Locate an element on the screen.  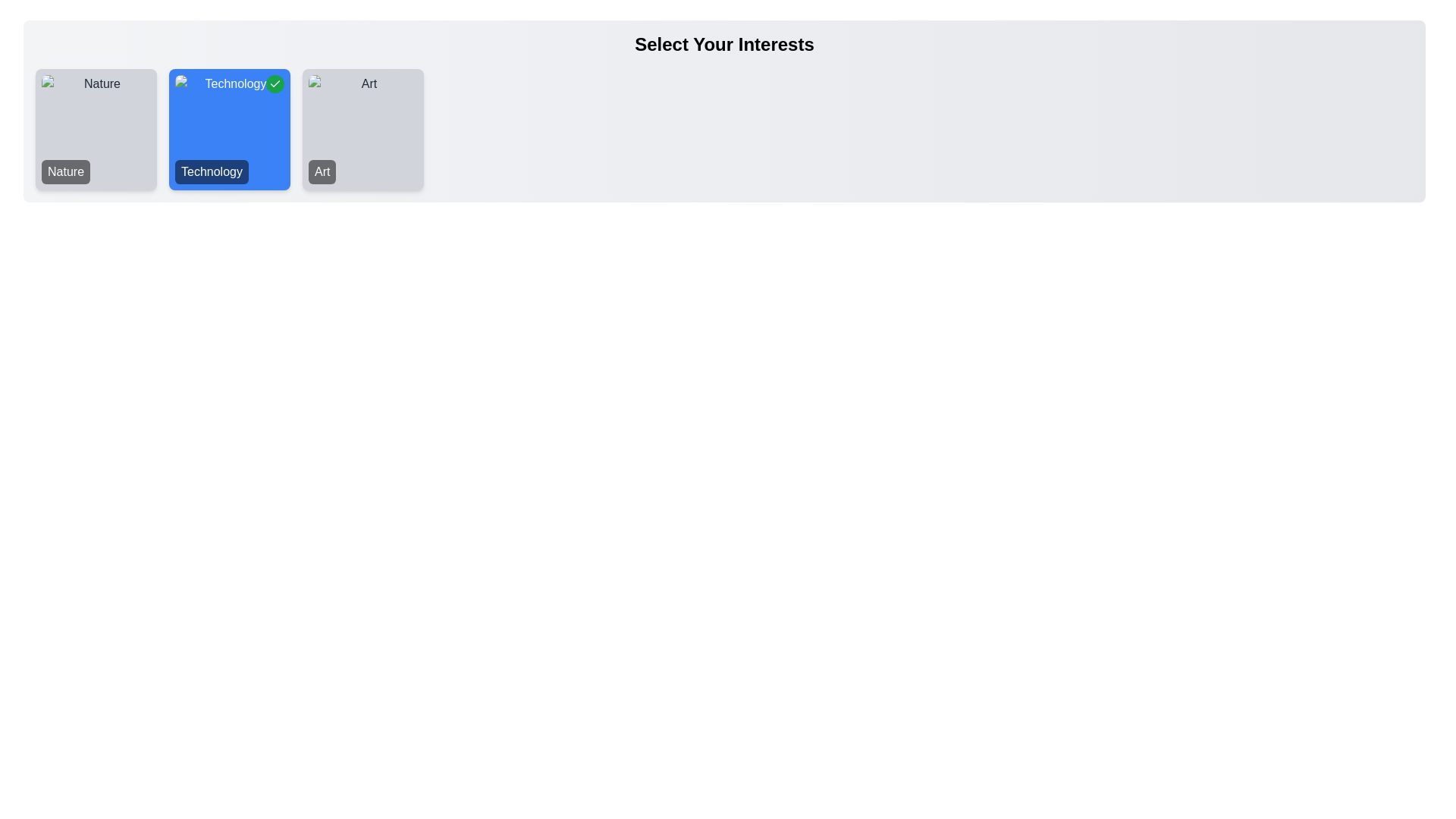
the chip labeled Art is located at coordinates (362, 128).